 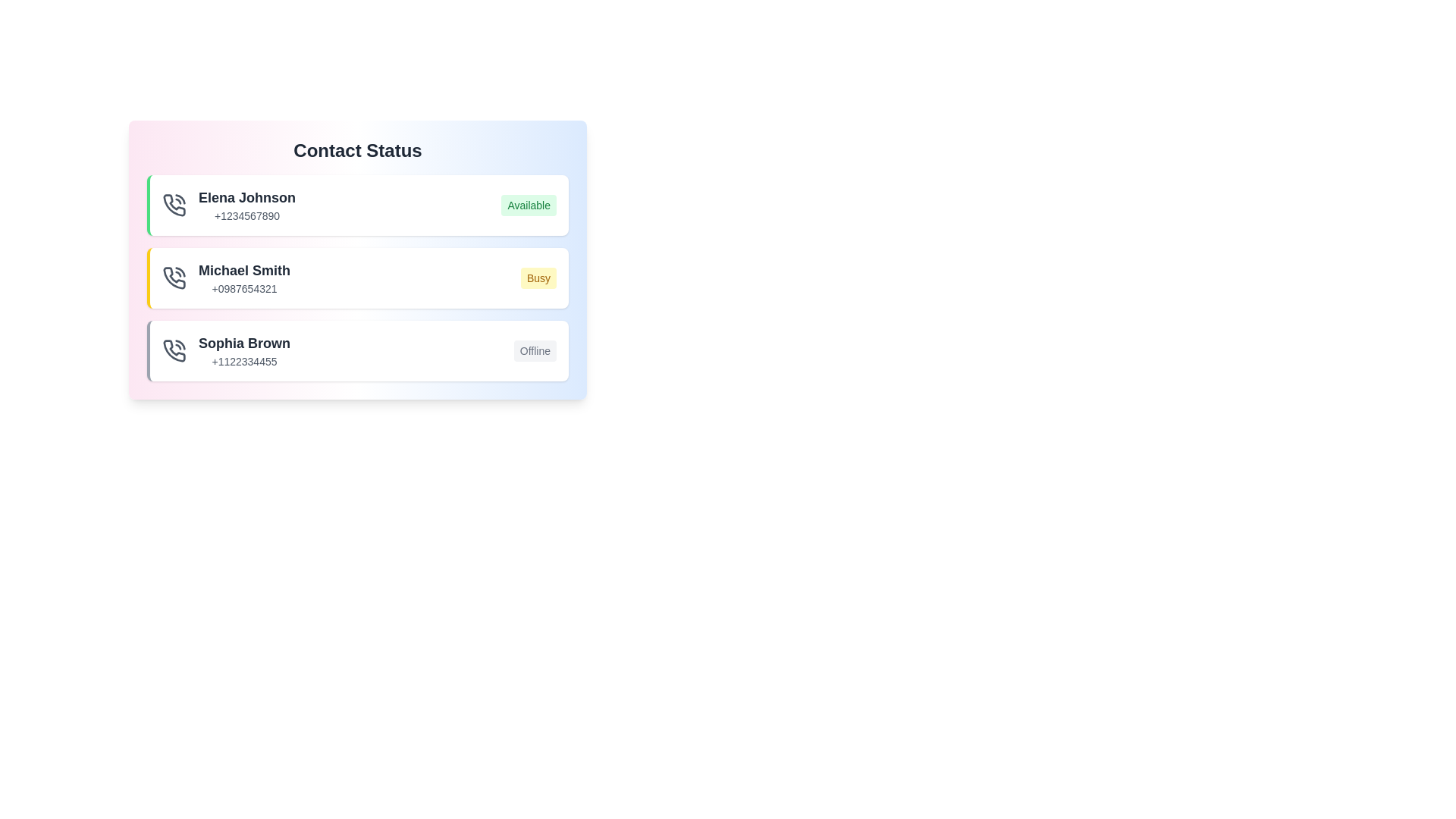 What do you see at coordinates (174, 205) in the screenshot?
I see `the phone icon of the contact Elena Johnson to initiate a call` at bounding box center [174, 205].